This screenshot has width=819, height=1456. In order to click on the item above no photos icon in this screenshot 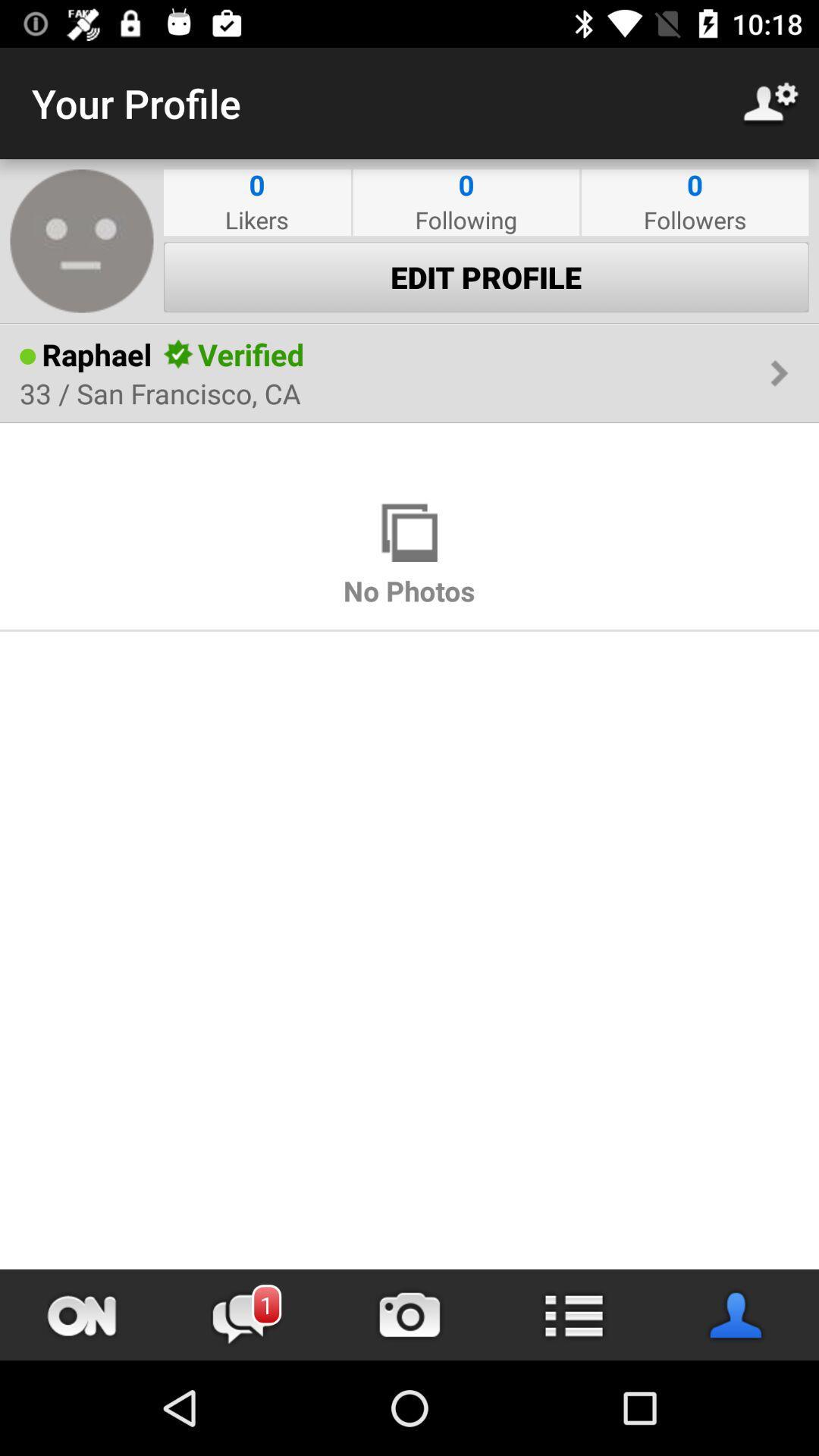, I will do `click(409, 532)`.